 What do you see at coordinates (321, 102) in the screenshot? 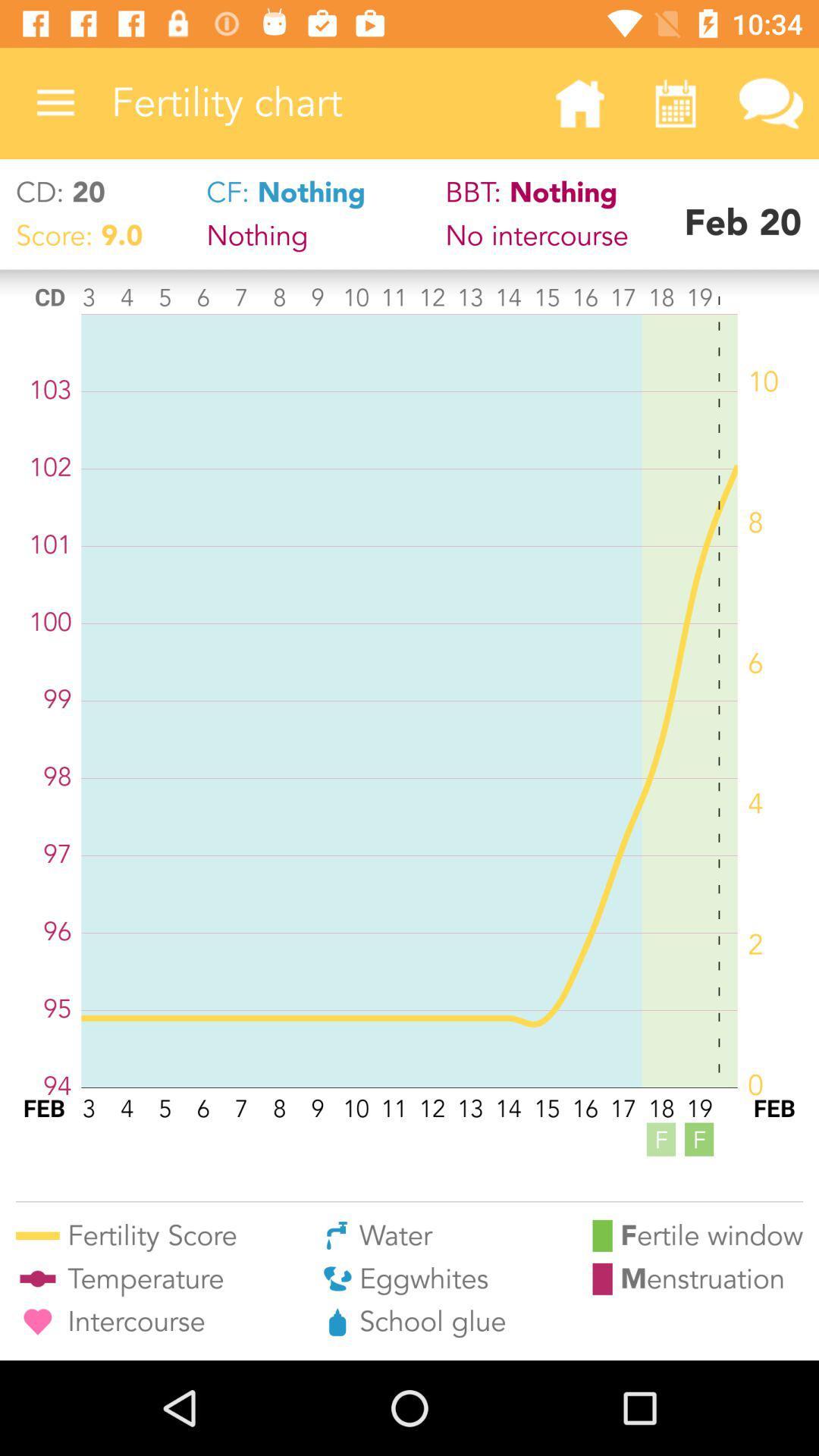
I see `the fertility chart icon` at bounding box center [321, 102].